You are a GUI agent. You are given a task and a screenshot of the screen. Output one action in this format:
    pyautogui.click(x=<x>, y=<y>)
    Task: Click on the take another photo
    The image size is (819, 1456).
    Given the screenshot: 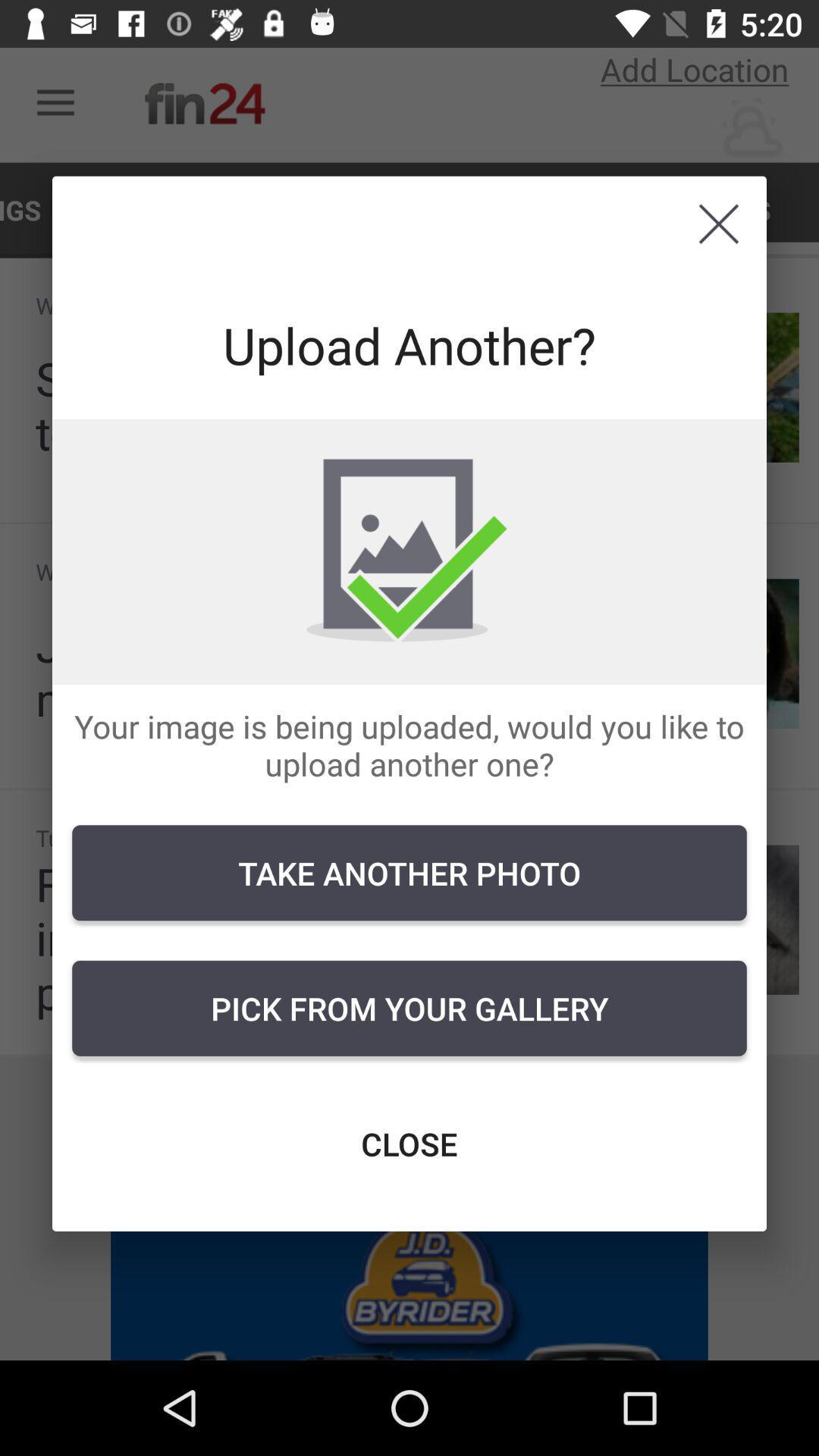 What is the action you would take?
    pyautogui.click(x=409, y=873)
    